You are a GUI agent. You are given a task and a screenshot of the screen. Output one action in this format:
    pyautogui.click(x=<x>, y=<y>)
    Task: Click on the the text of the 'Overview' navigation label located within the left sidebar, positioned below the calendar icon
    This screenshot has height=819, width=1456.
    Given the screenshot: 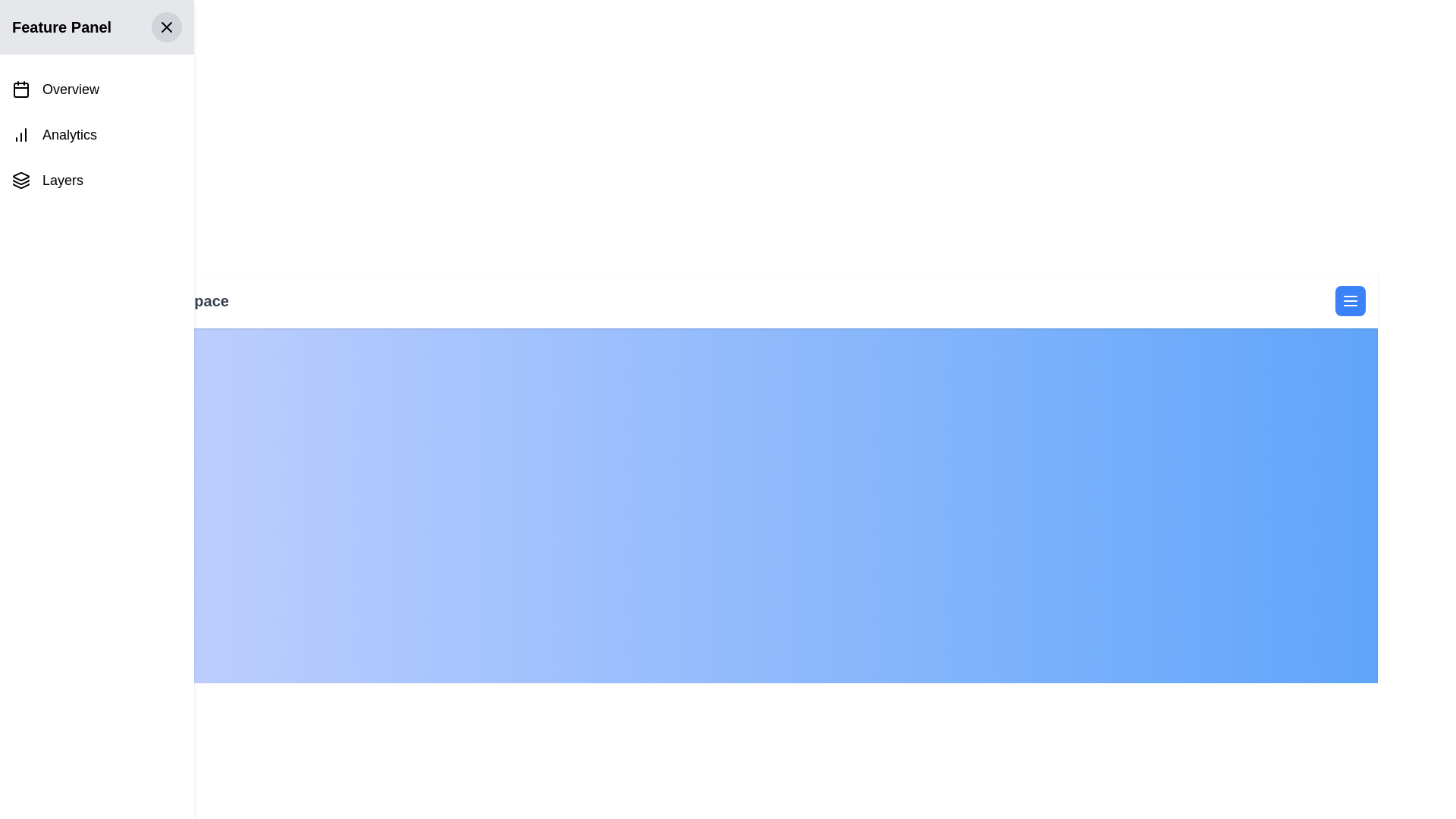 What is the action you would take?
    pyautogui.click(x=70, y=89)
    